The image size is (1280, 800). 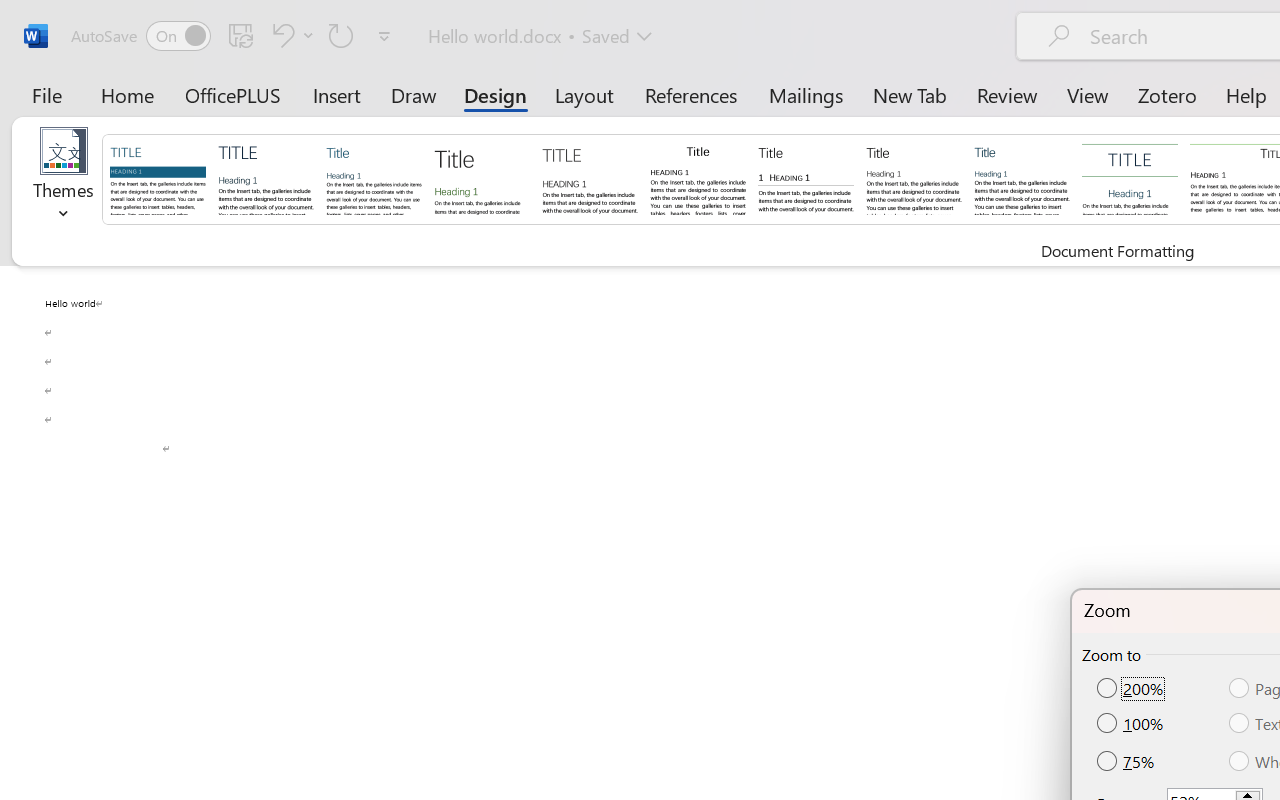 I want to click on 'Centered', so click(x=1130, y=177).